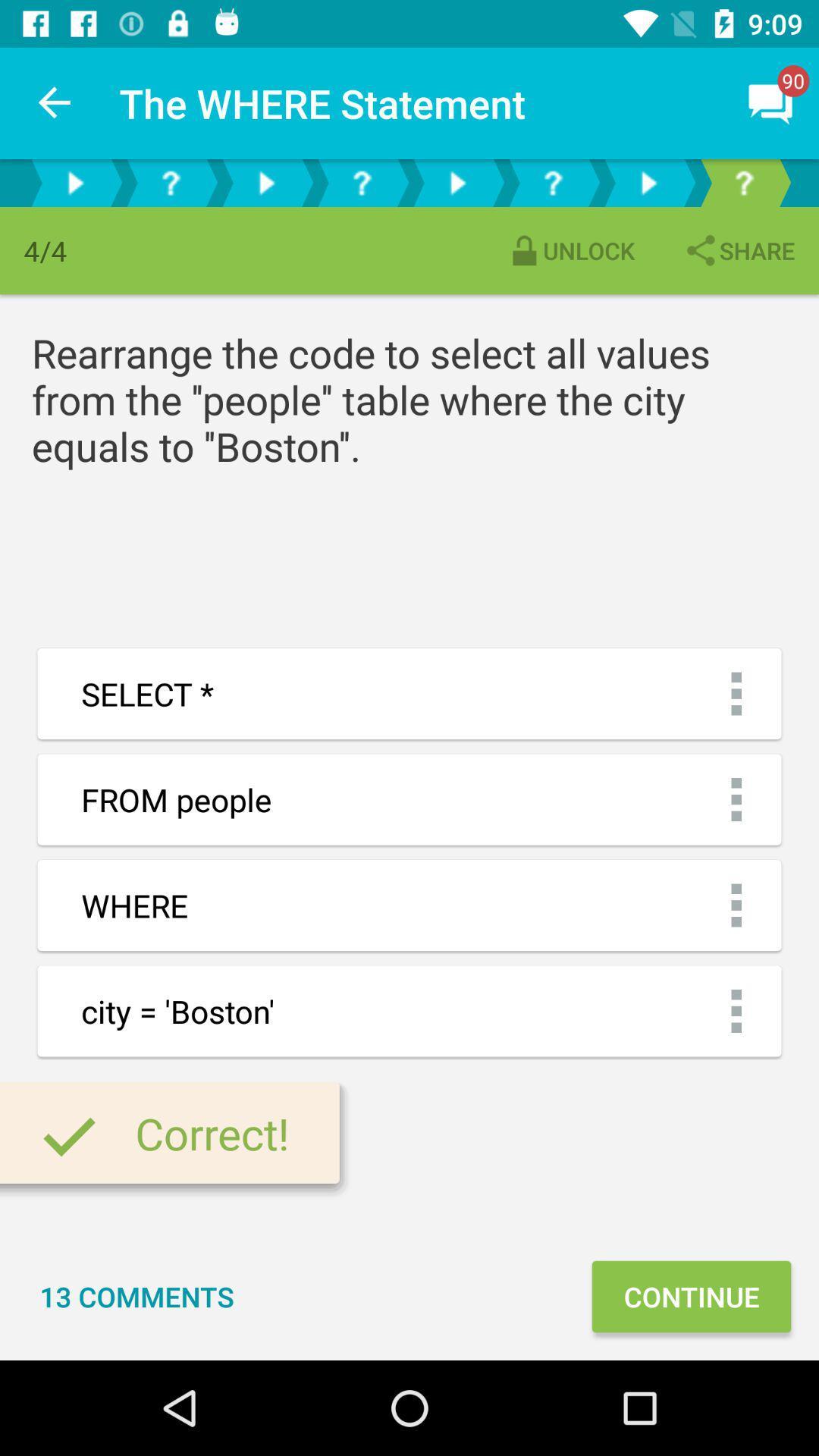  Describe the element at coordinates (265, 182) in the screenshot. I see `the play icon` at that location.